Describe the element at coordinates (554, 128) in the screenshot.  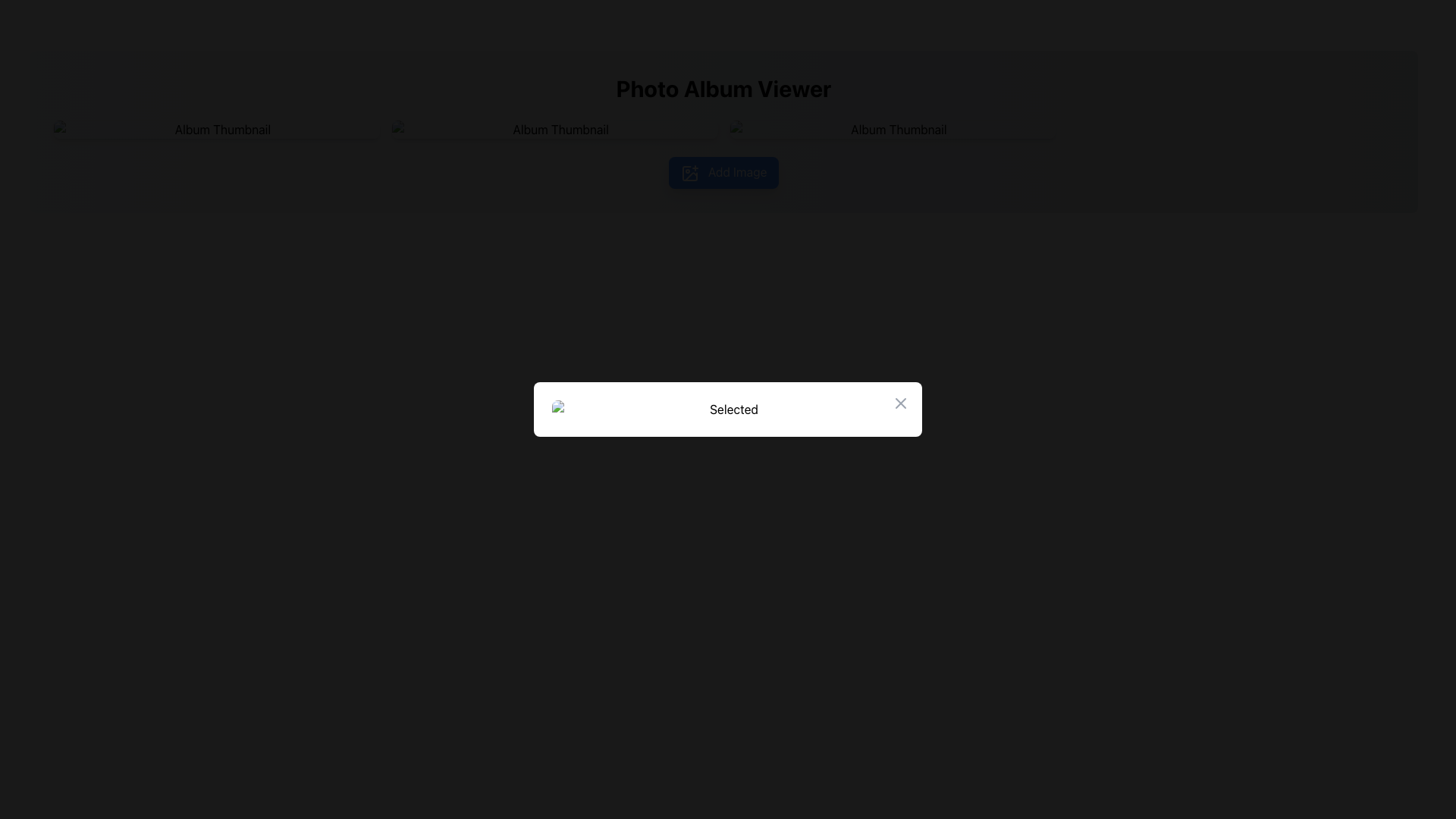
I see `the second interactive thumbnail in the grid layout` at that location.